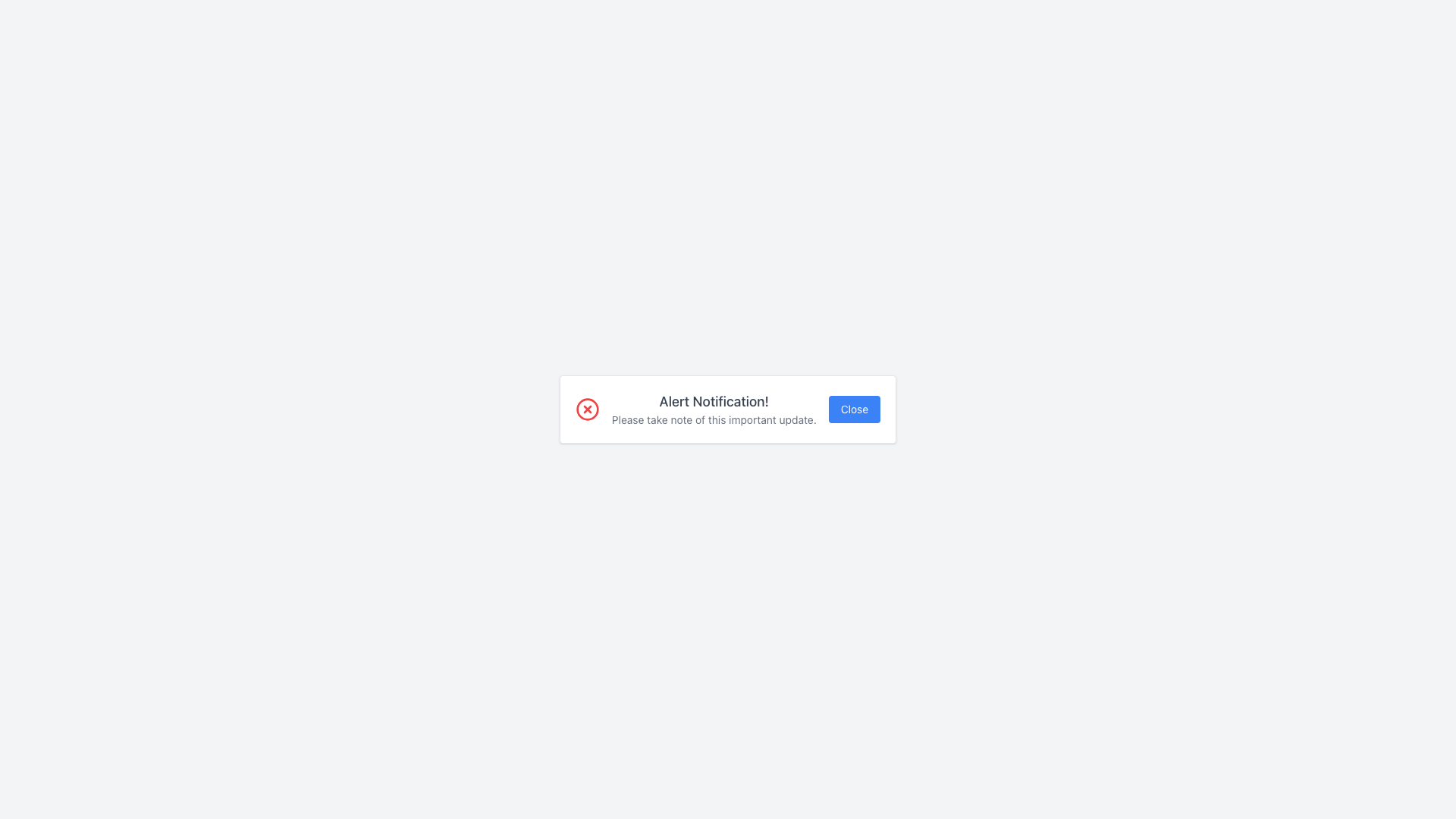 The image size is (1456, 819). I want to click on the 'Close' button with a blue background and white text, located at the far right of the notification dialog box, so click(855, 409).